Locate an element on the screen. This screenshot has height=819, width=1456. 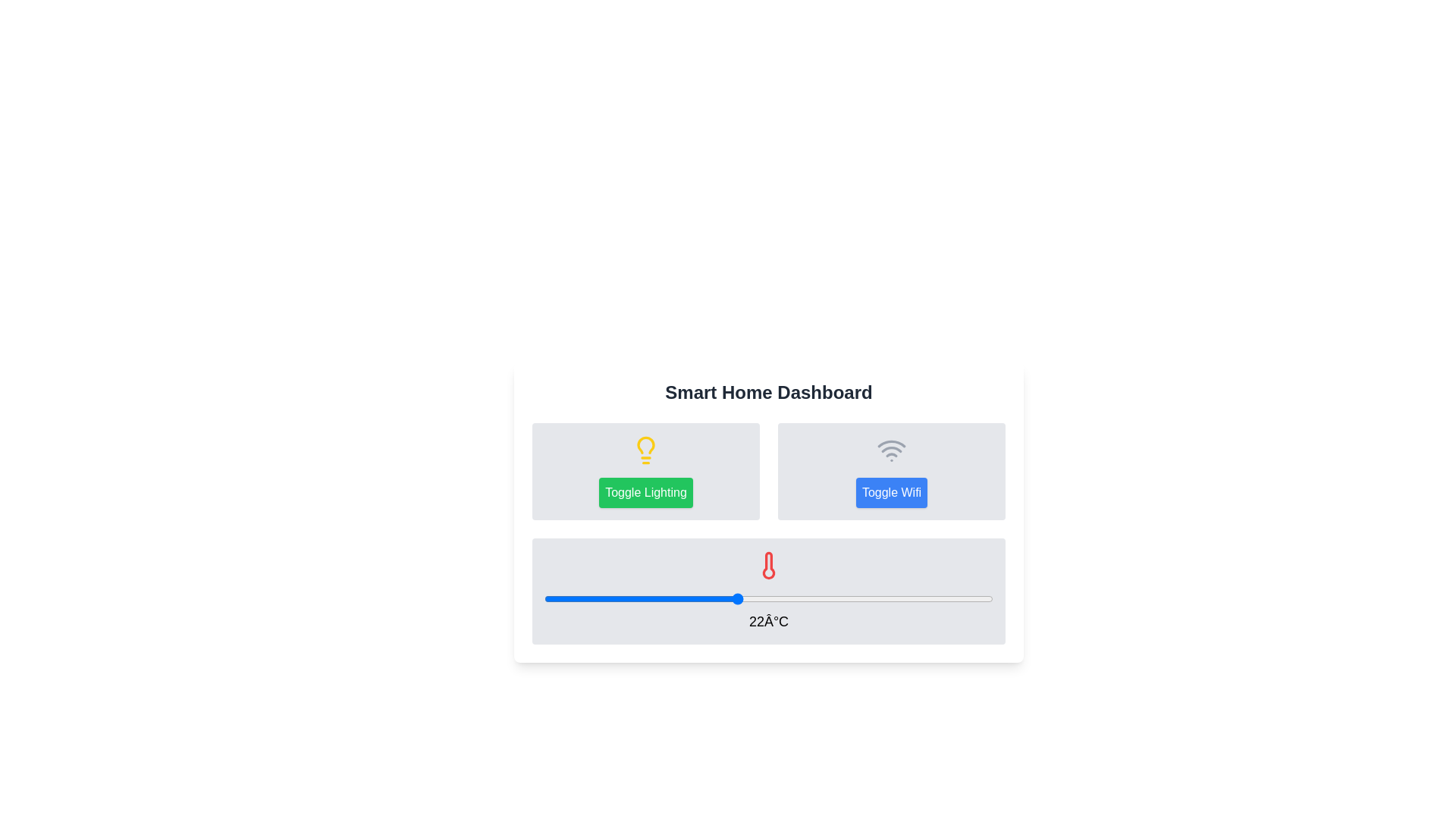
the 'Smart Home Dashboard' text heading for accessibility tools is located at coordinates (768, 391).